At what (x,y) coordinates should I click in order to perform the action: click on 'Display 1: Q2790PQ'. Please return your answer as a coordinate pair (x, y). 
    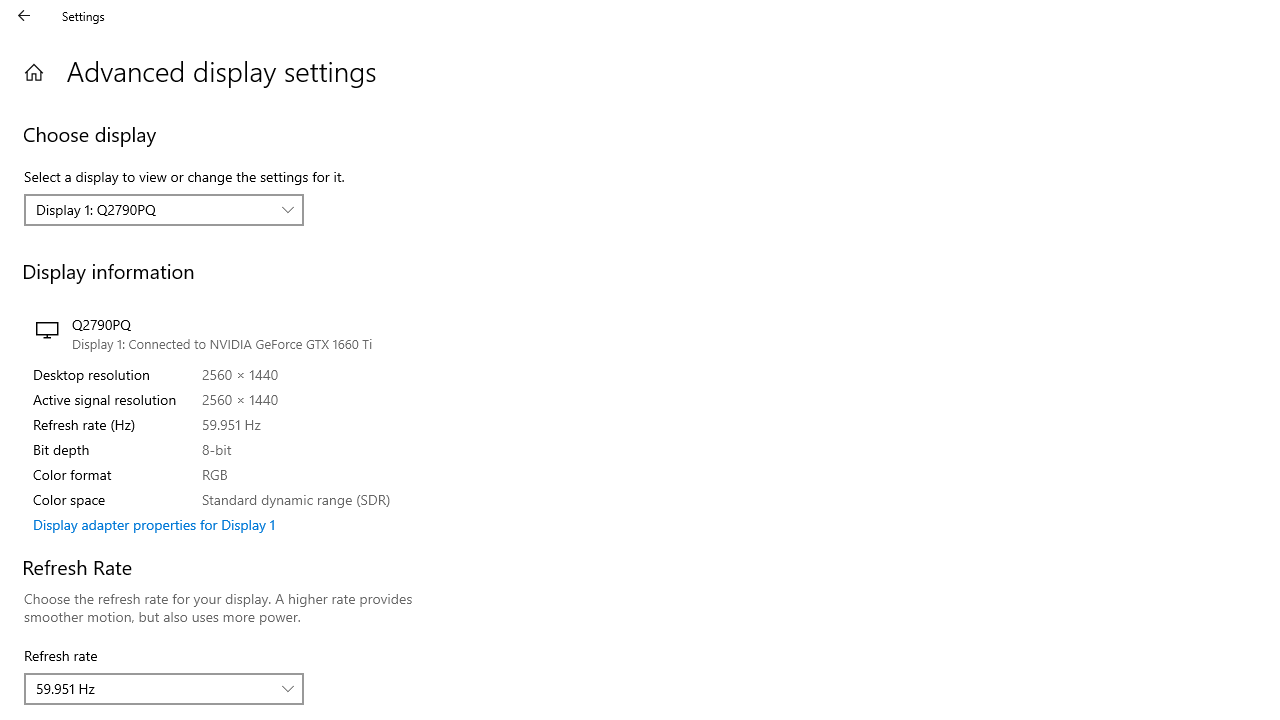
    Looking at the image, I should click on (152, 209).